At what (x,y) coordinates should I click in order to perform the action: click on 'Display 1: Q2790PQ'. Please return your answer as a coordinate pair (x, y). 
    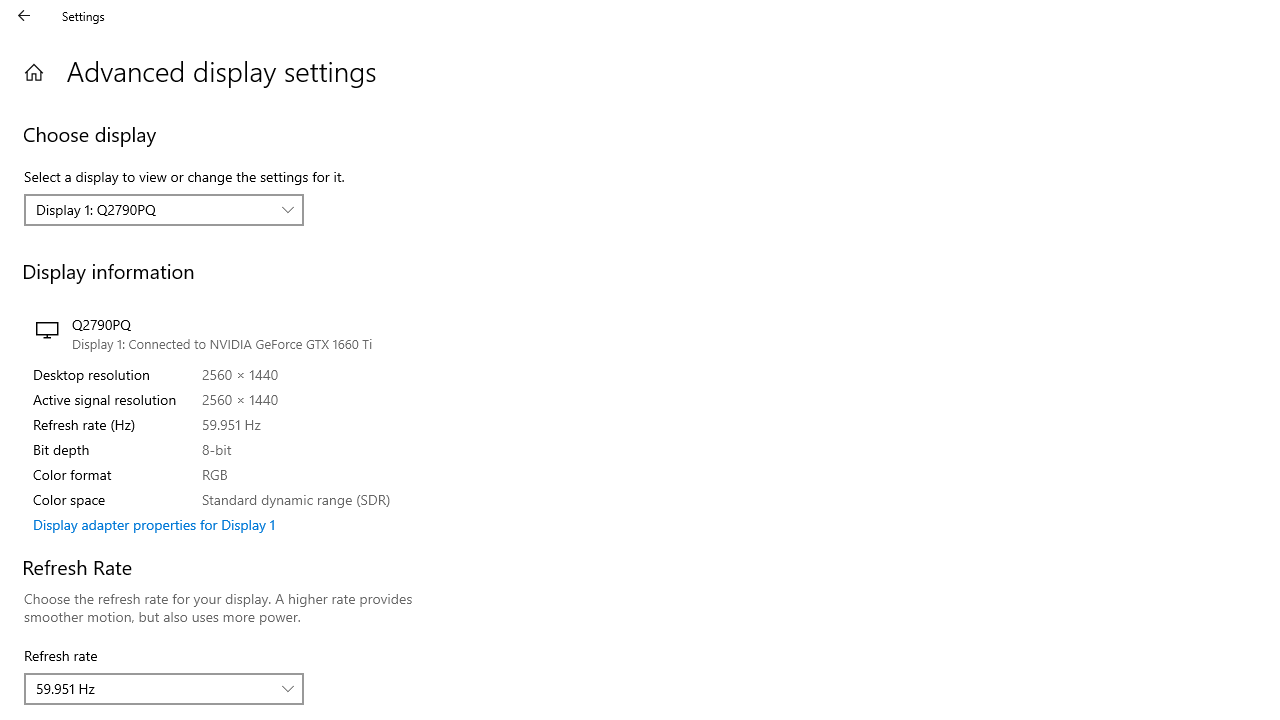
    Looking at the image, I should click on (152, 209).